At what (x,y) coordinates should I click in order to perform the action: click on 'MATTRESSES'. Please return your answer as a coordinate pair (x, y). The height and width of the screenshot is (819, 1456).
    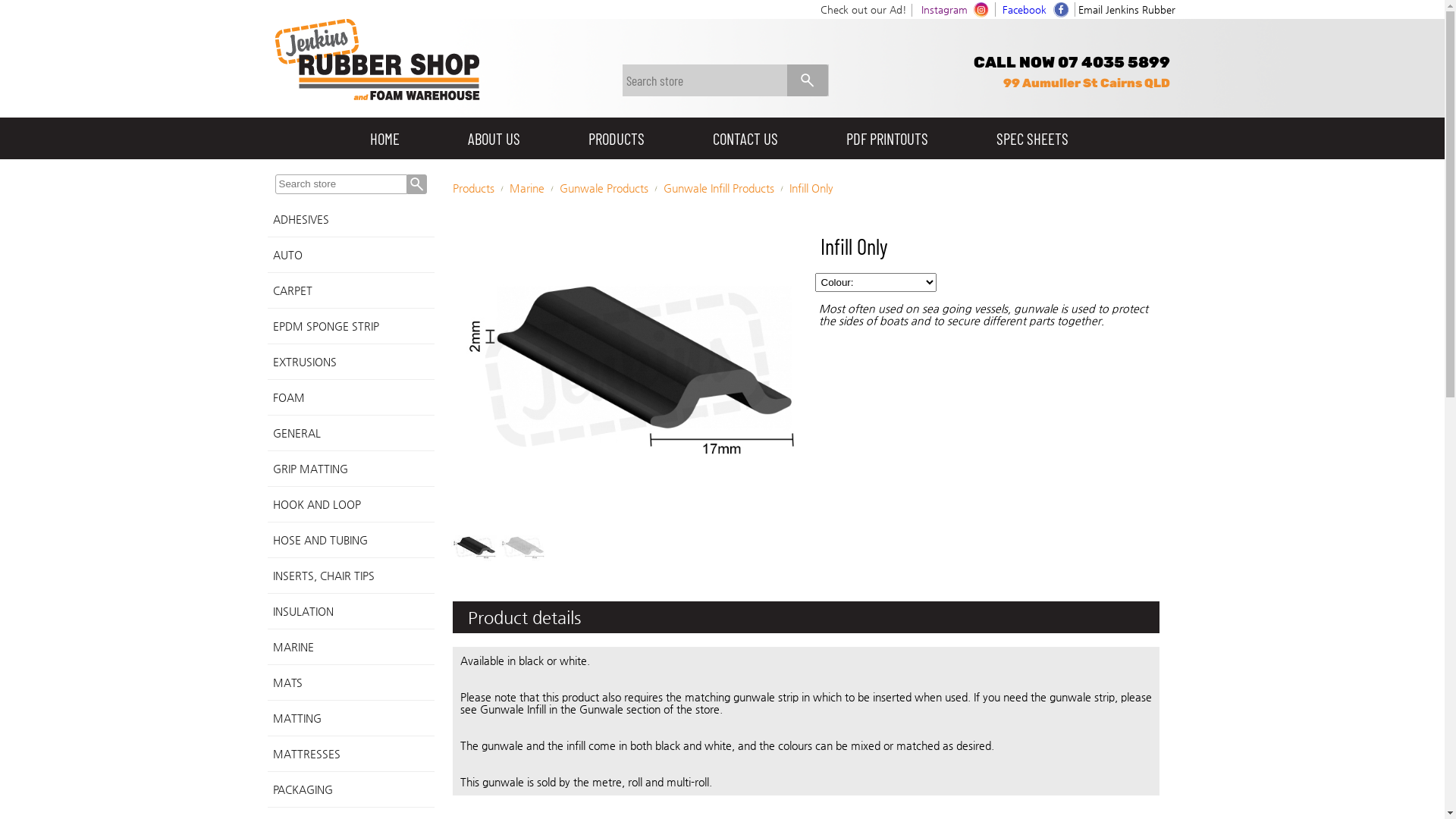
    Looking at the image, I should click on (349, 754).